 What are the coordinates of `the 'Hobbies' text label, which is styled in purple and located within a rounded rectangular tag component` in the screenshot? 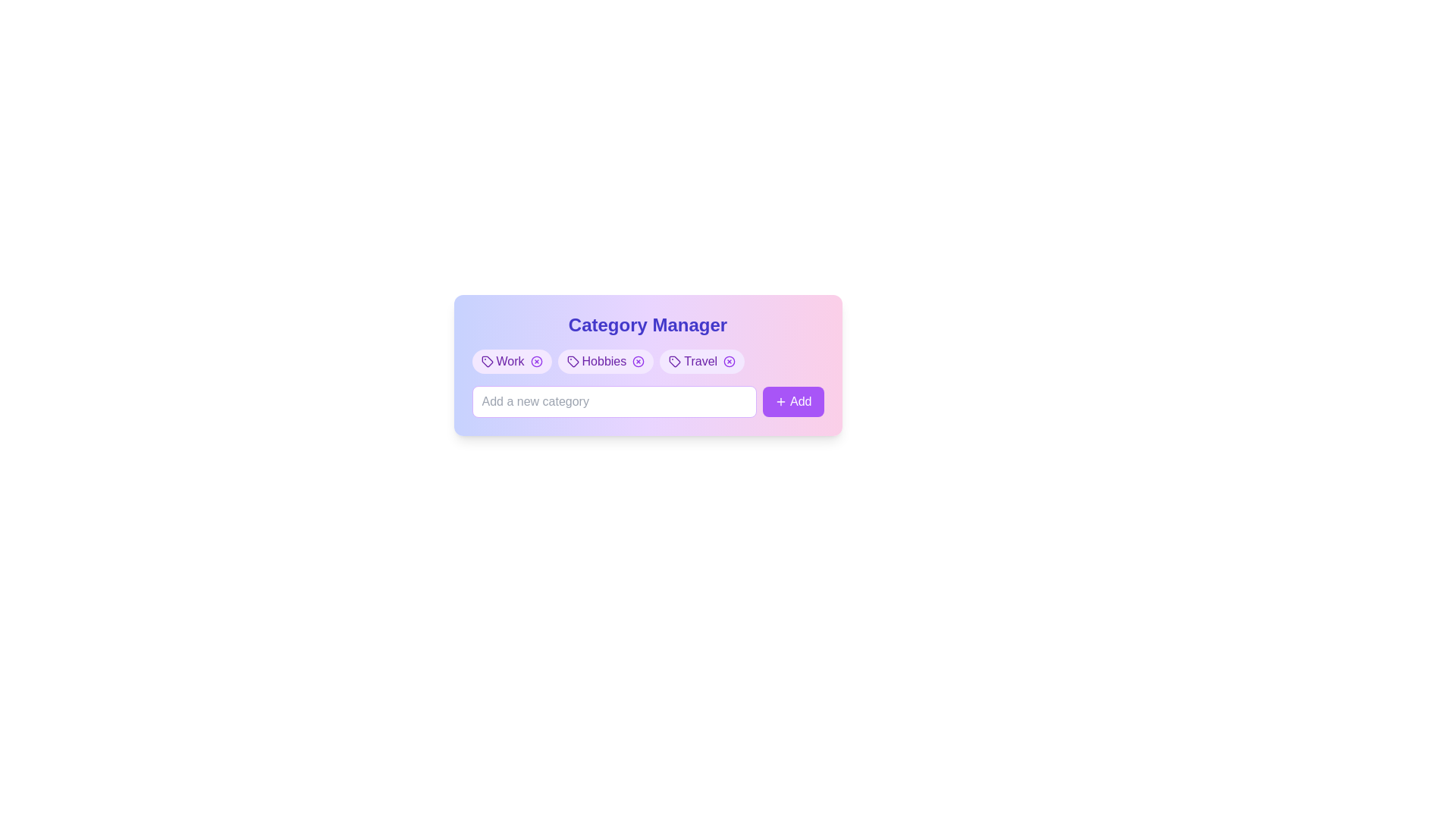 It's located at (603, 362).